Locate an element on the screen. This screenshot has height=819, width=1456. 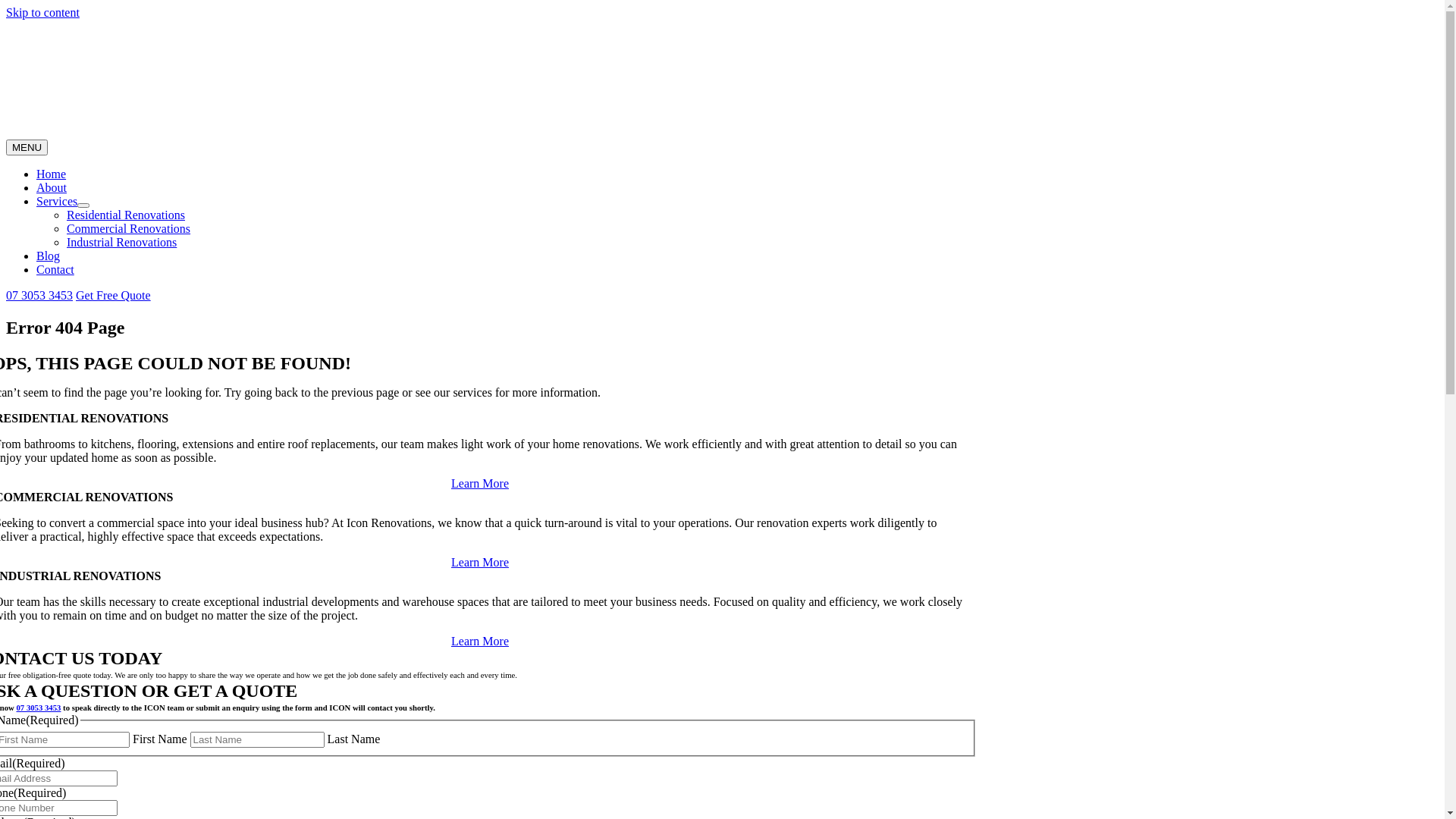
'07 3053 3453' is located at coordinates (38, 708).